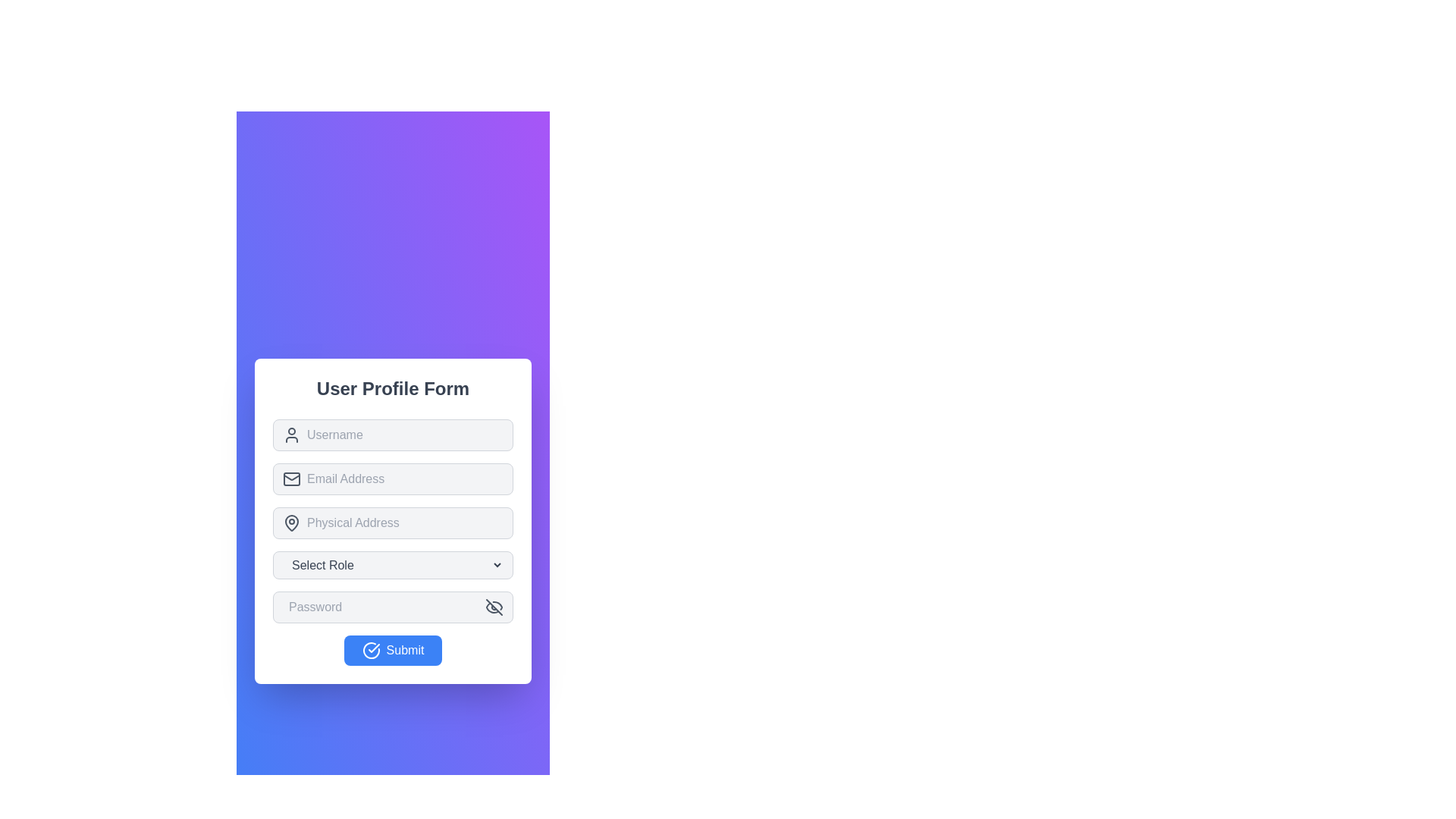 The width and height of the screenshot is (1456, 819). Describe the element at coordinates (494, 605) in the screenshot. I see `the button with an icon at the right end of the password input field` at that location.